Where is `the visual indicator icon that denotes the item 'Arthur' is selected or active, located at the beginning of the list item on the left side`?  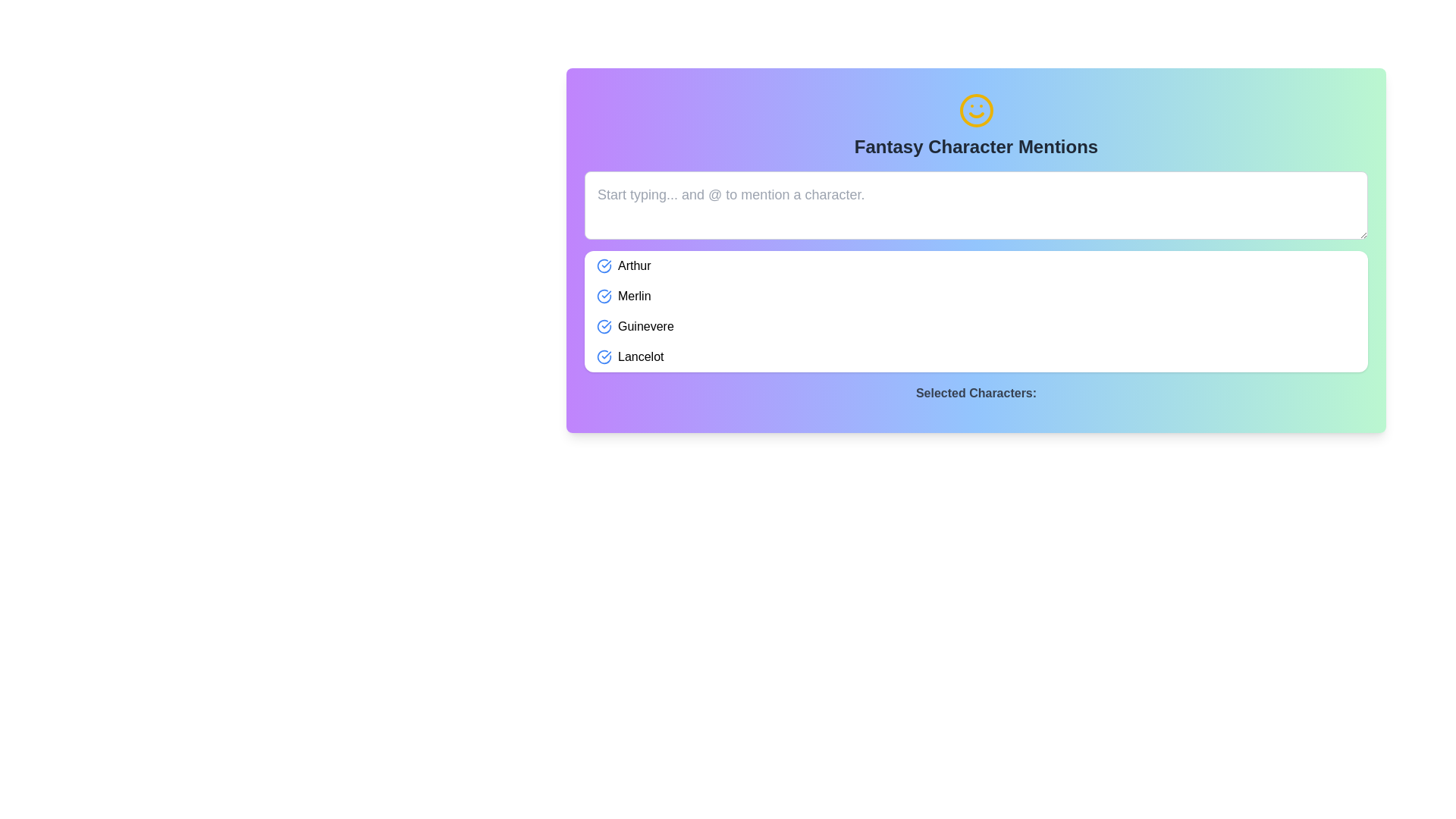 the visual indicator icon that denotes the item 'Arthur' is selected or active, located at the beginning of the list item on the left side is located at coordinates (603, 265).